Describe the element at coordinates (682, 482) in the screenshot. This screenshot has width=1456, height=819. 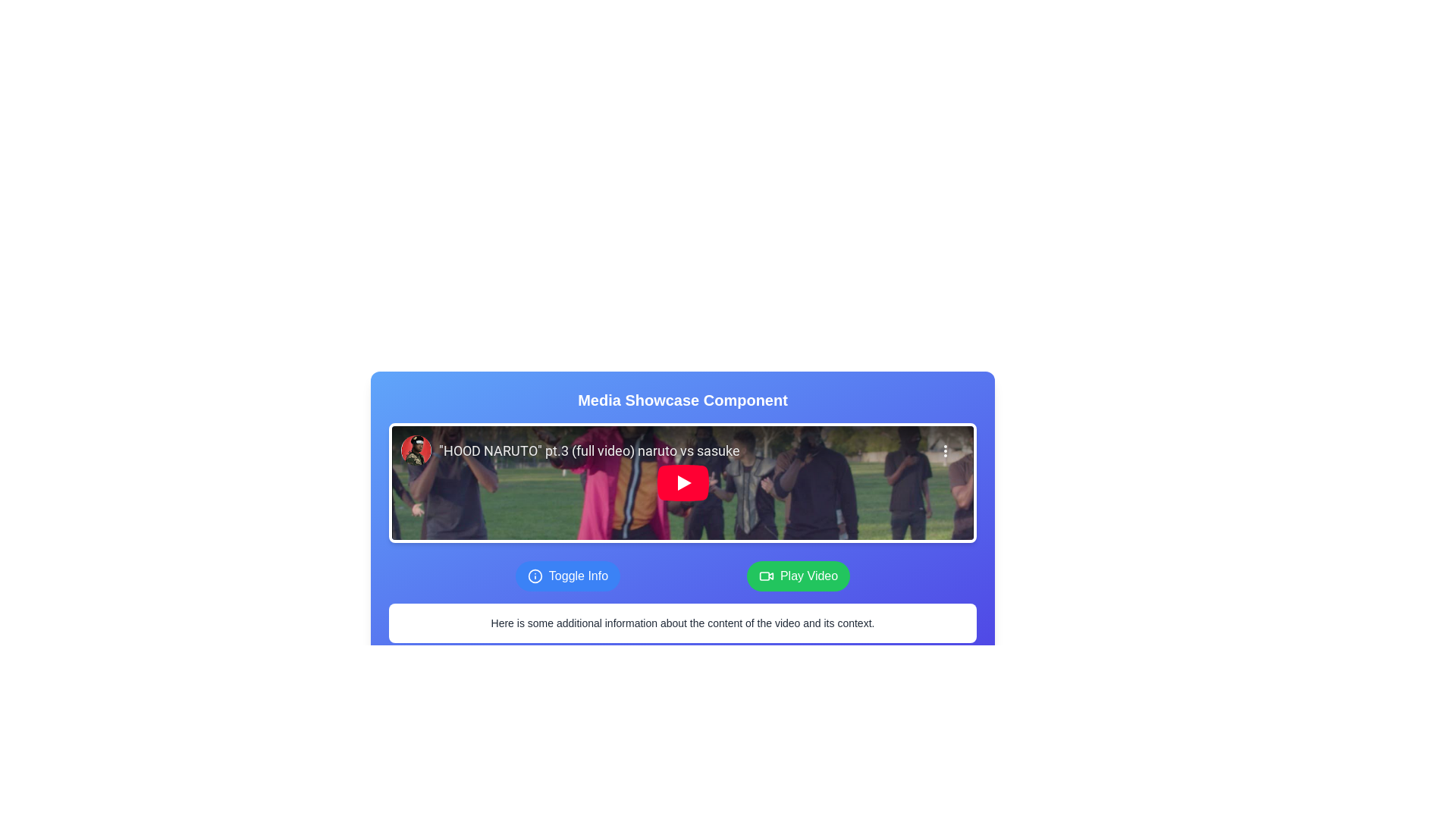
I see `the play button in the center of the Embedded Video Frame displaying 'Amazing Video'` at that location.